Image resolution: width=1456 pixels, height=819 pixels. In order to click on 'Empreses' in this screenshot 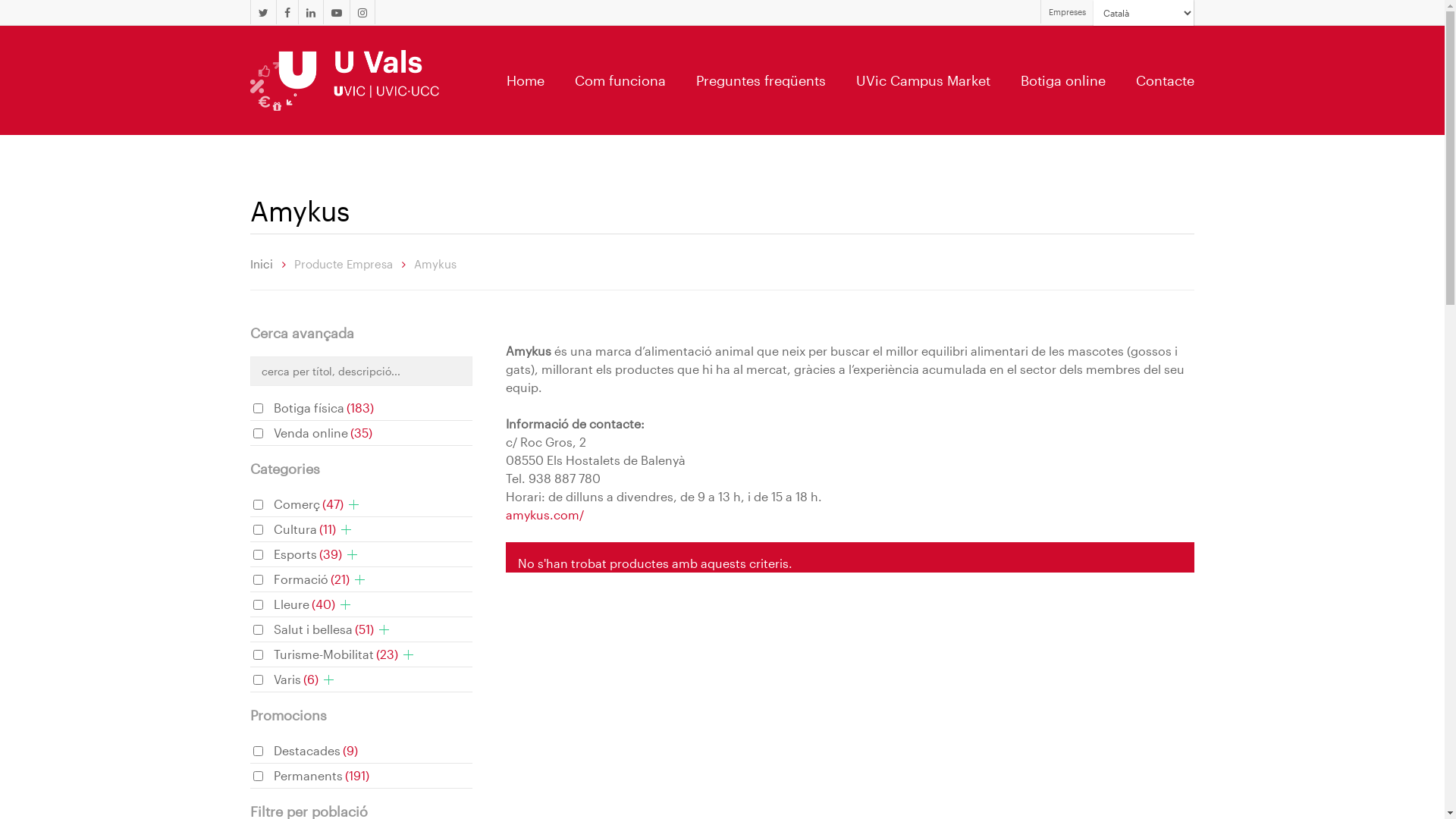, I will do `click(1040, 11)`.